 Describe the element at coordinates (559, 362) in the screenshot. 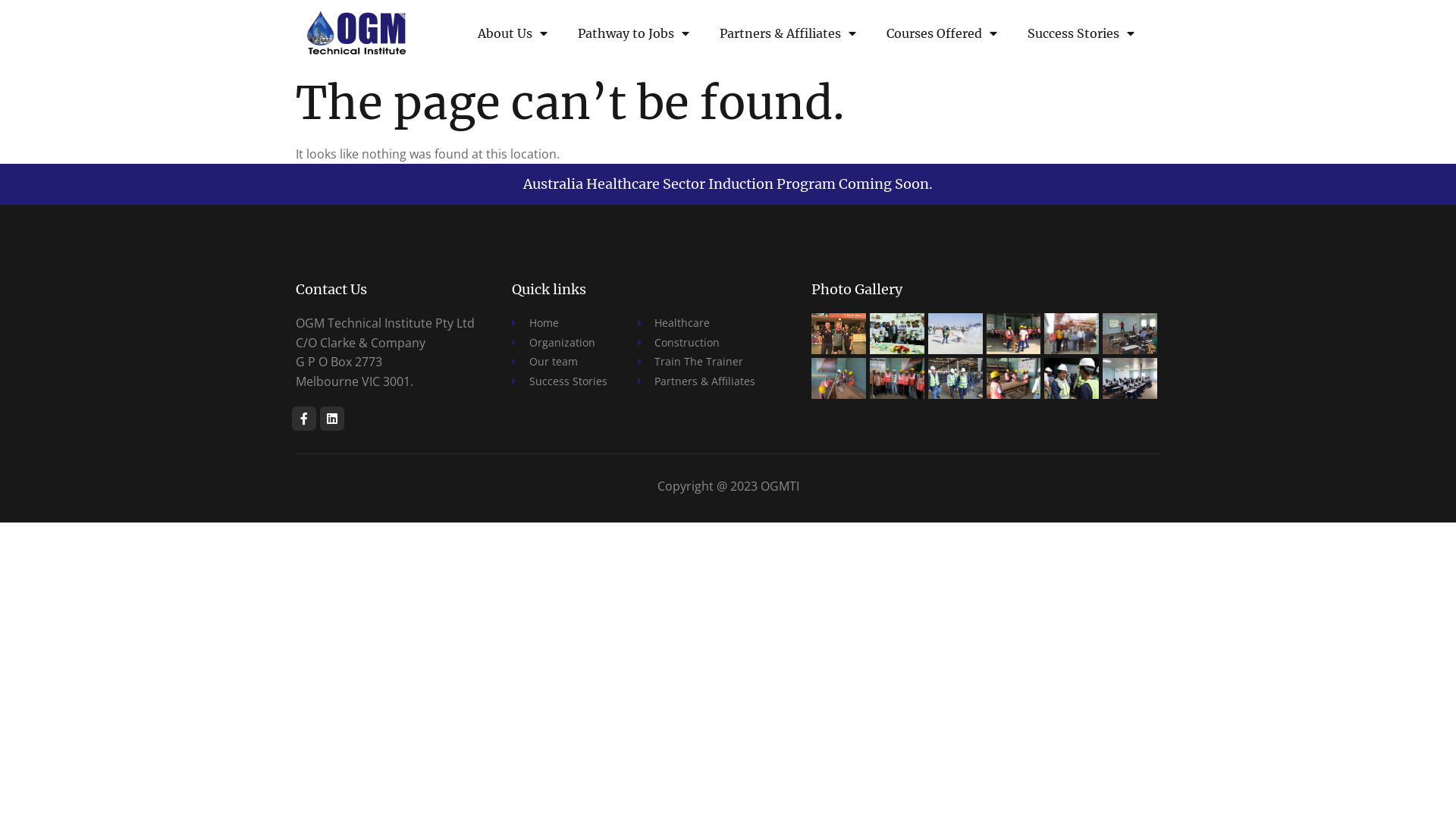

I see `'Our team'` at that location.